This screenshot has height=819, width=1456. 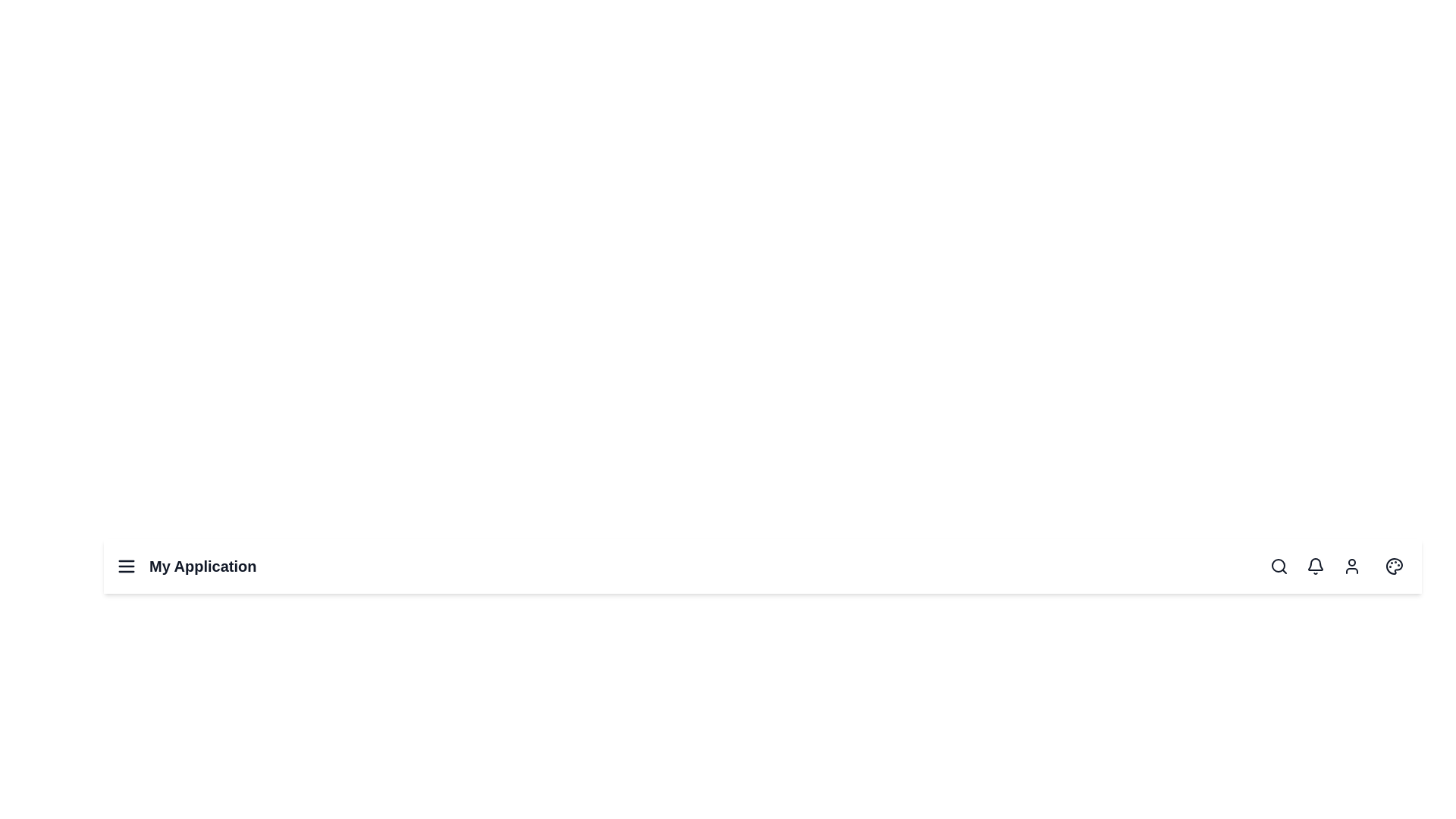 I want to click on the user icon to view or edit the user profile, so click(x=1351, y=566).